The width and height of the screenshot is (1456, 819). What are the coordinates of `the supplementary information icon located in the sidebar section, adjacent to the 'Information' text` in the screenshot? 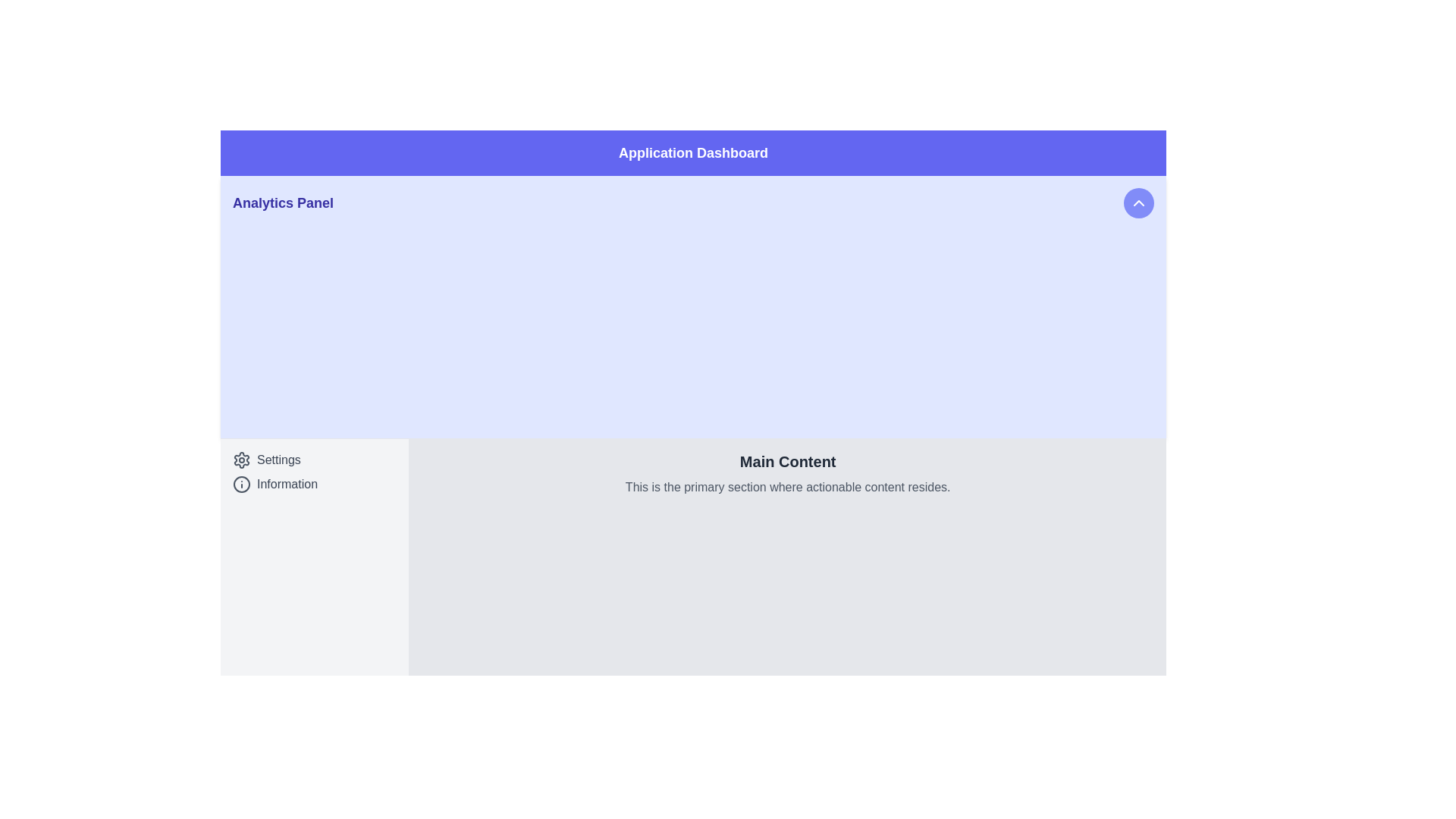 It's located at (240, 484).